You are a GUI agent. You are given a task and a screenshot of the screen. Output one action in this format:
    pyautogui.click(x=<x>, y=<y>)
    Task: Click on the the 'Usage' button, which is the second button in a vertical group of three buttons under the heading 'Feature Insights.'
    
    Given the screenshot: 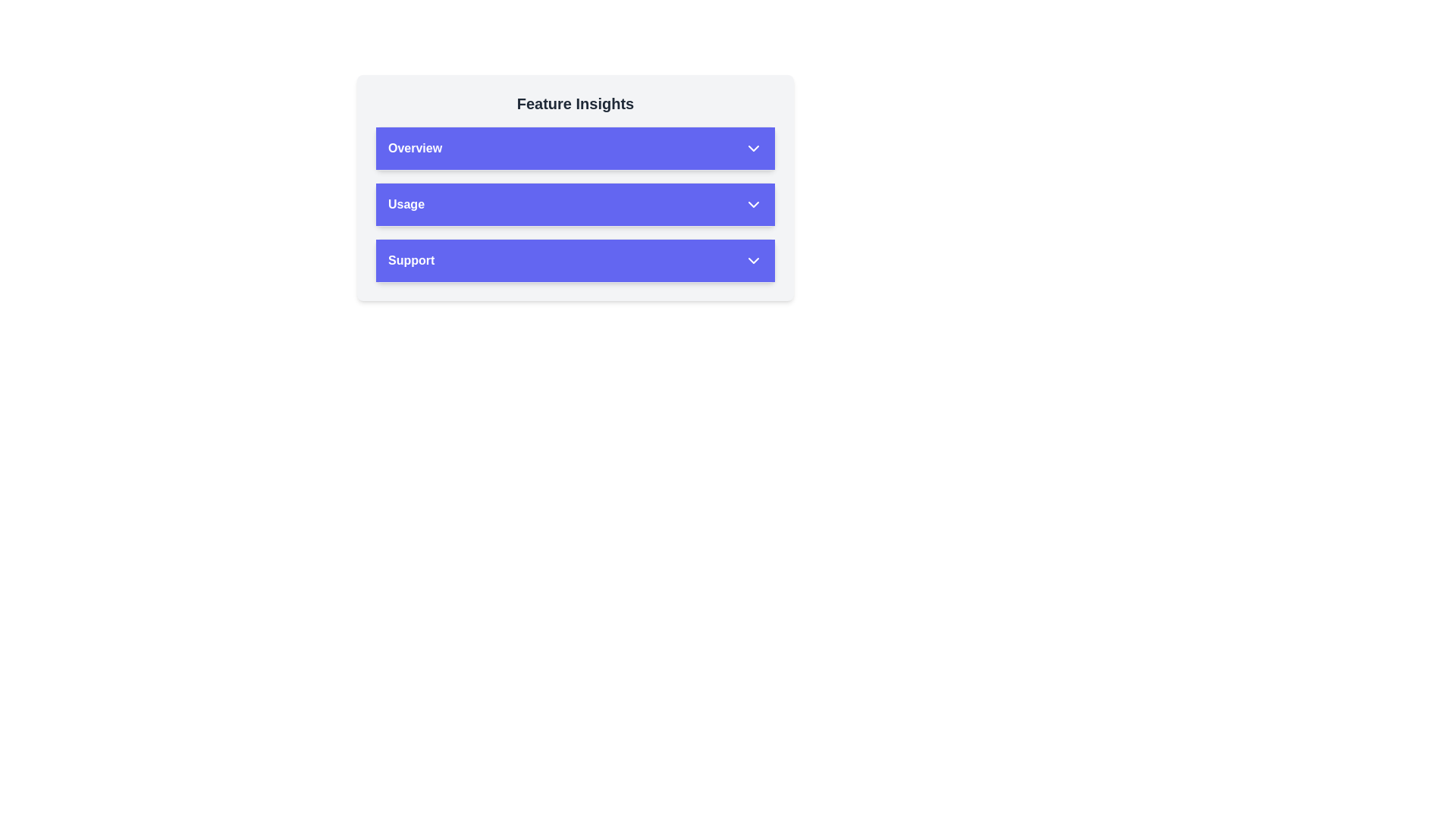 What is the action you would take?
    pyautogui.click(x=574, y=187)
    